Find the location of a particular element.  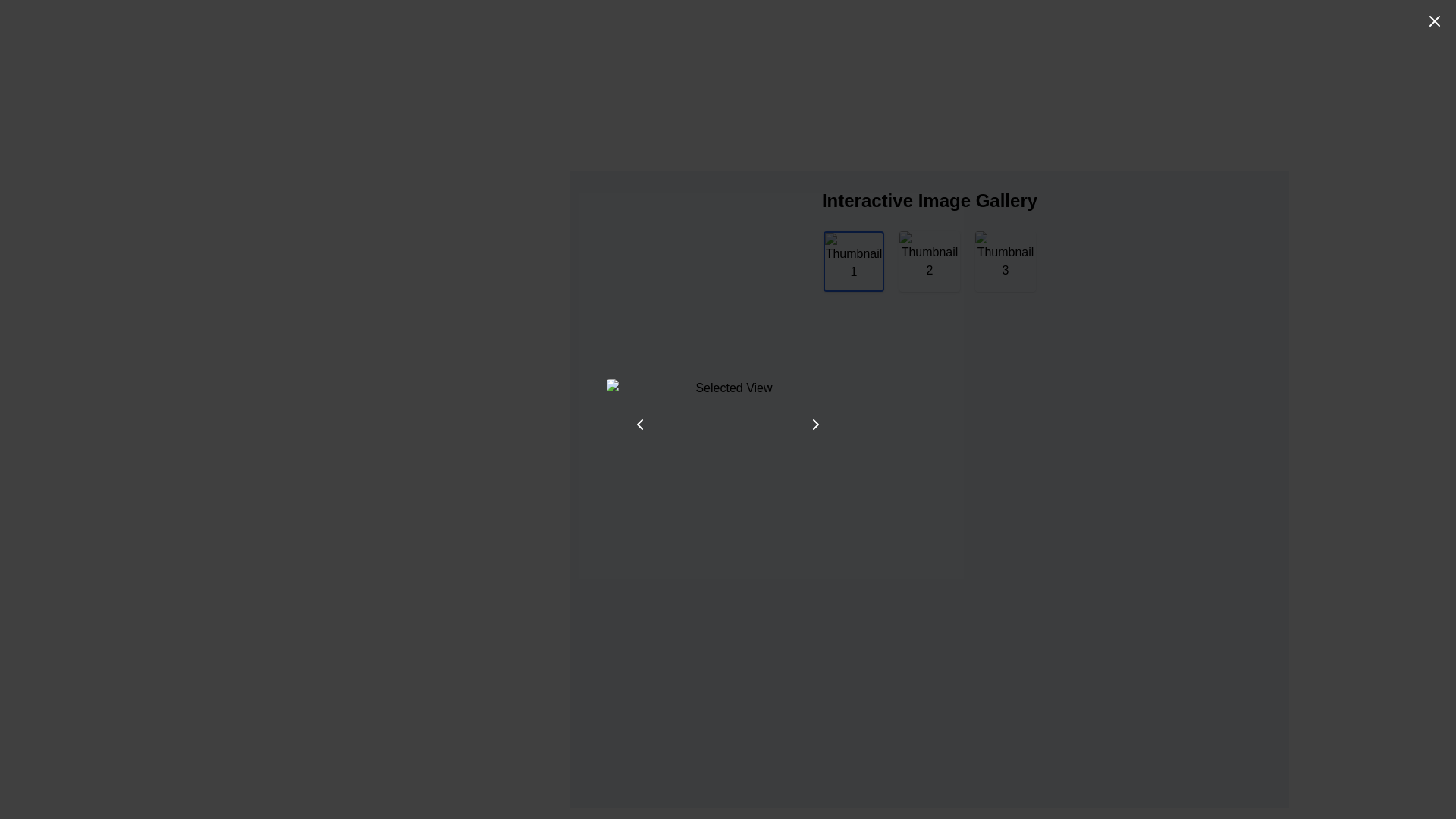

the rightward-facing triangular chevron arrow button, which is part of the navigation controls located below the 'Selected View' image is located at coordinates (814, 424).